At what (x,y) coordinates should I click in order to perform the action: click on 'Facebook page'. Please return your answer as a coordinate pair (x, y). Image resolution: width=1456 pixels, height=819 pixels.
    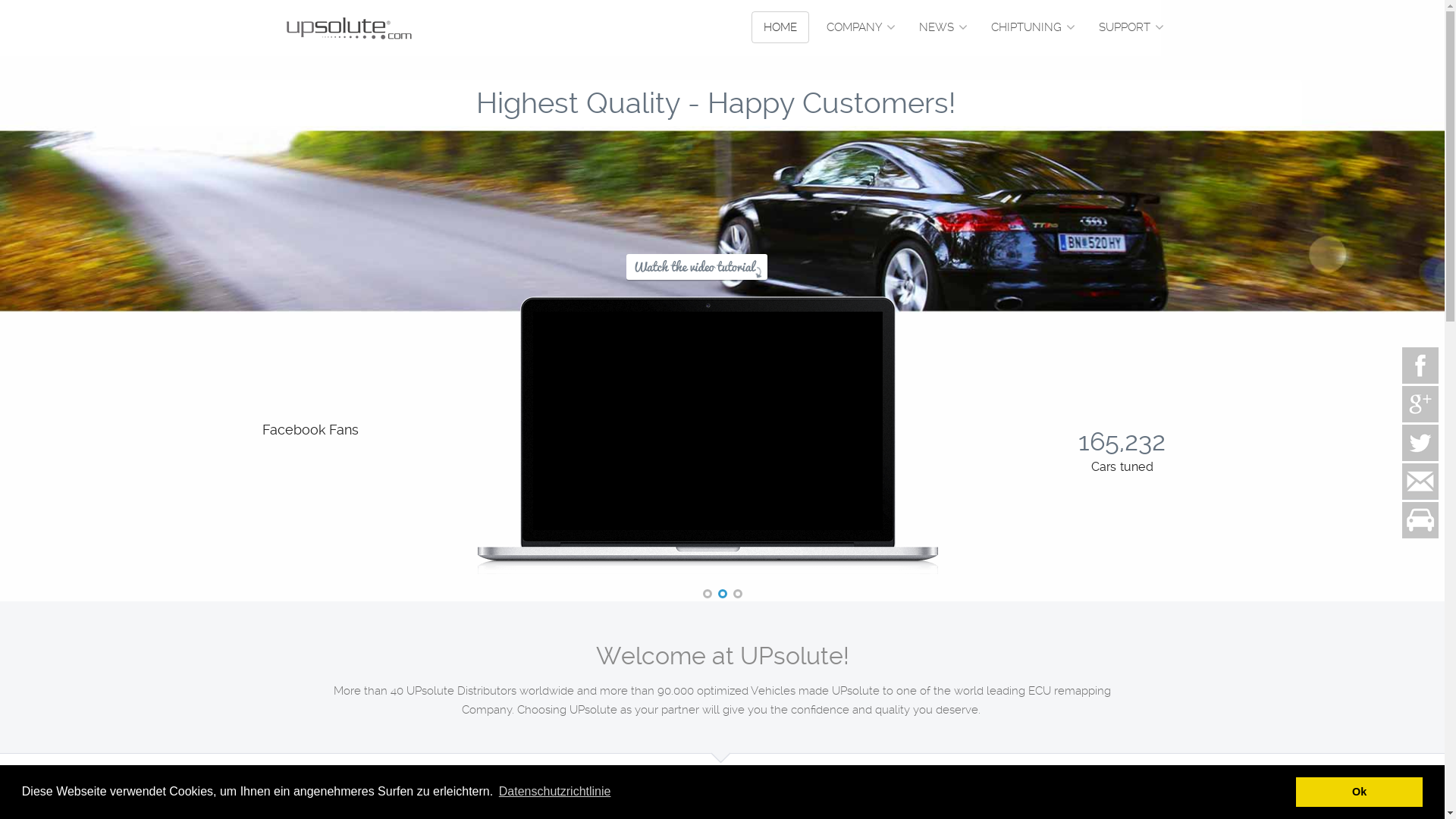
    Looking at the image, I should click on (1419, 366).